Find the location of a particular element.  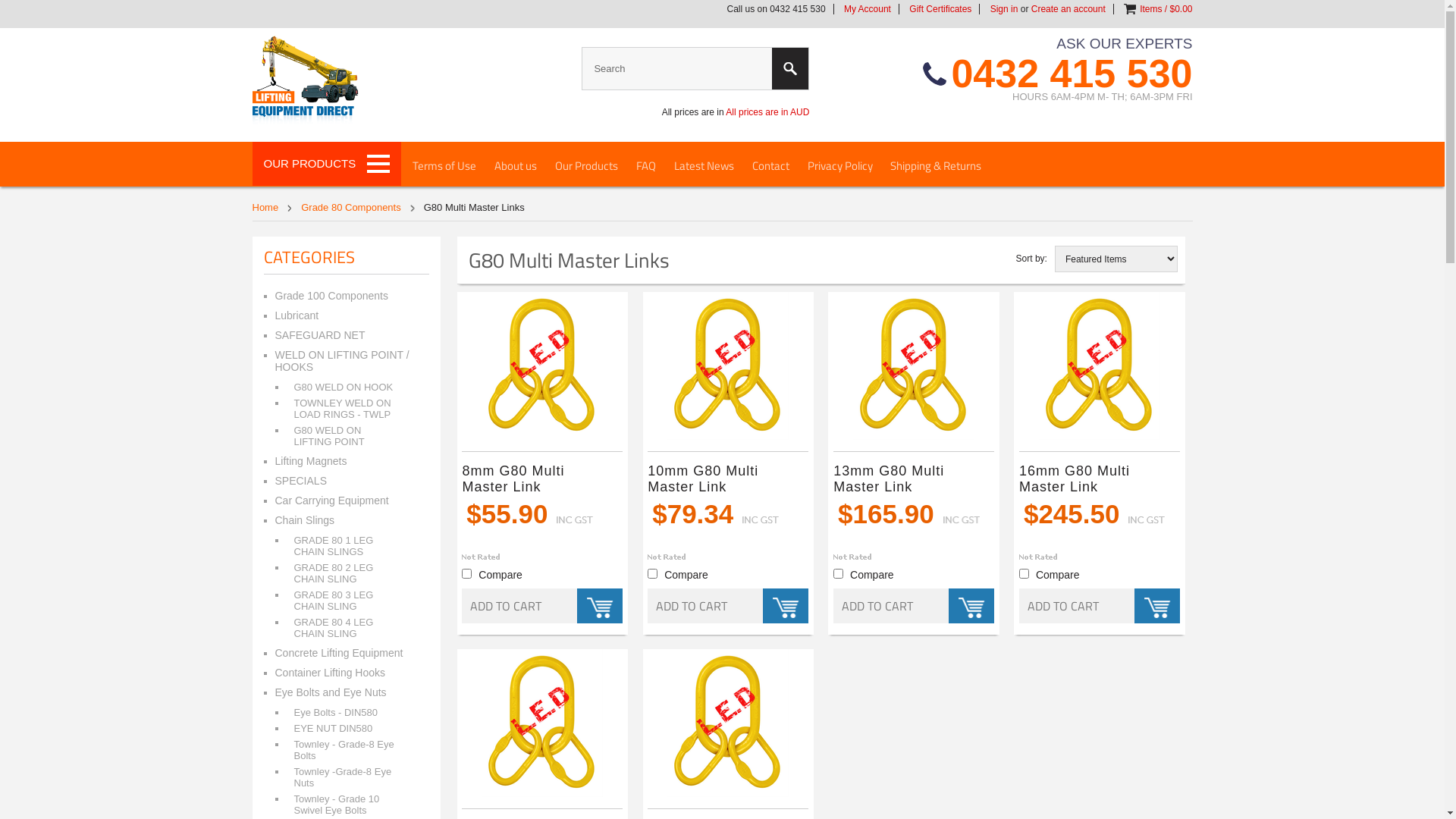

'Sign in' is located at coordinates (1004, 8).